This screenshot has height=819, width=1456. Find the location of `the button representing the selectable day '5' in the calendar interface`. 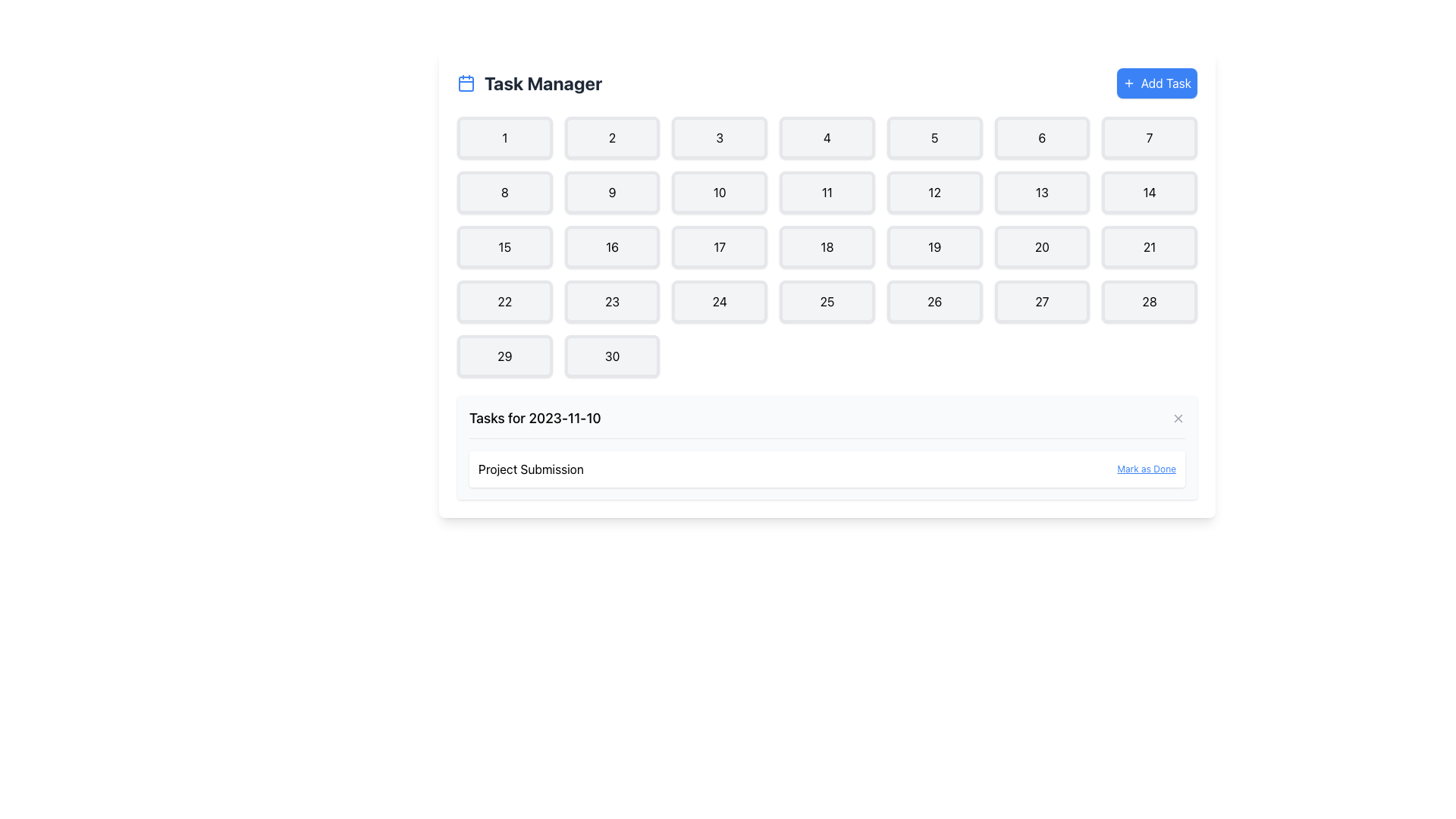

the button representing the selectable day '5' in the calendar interface is located at coordinates (934, 137).